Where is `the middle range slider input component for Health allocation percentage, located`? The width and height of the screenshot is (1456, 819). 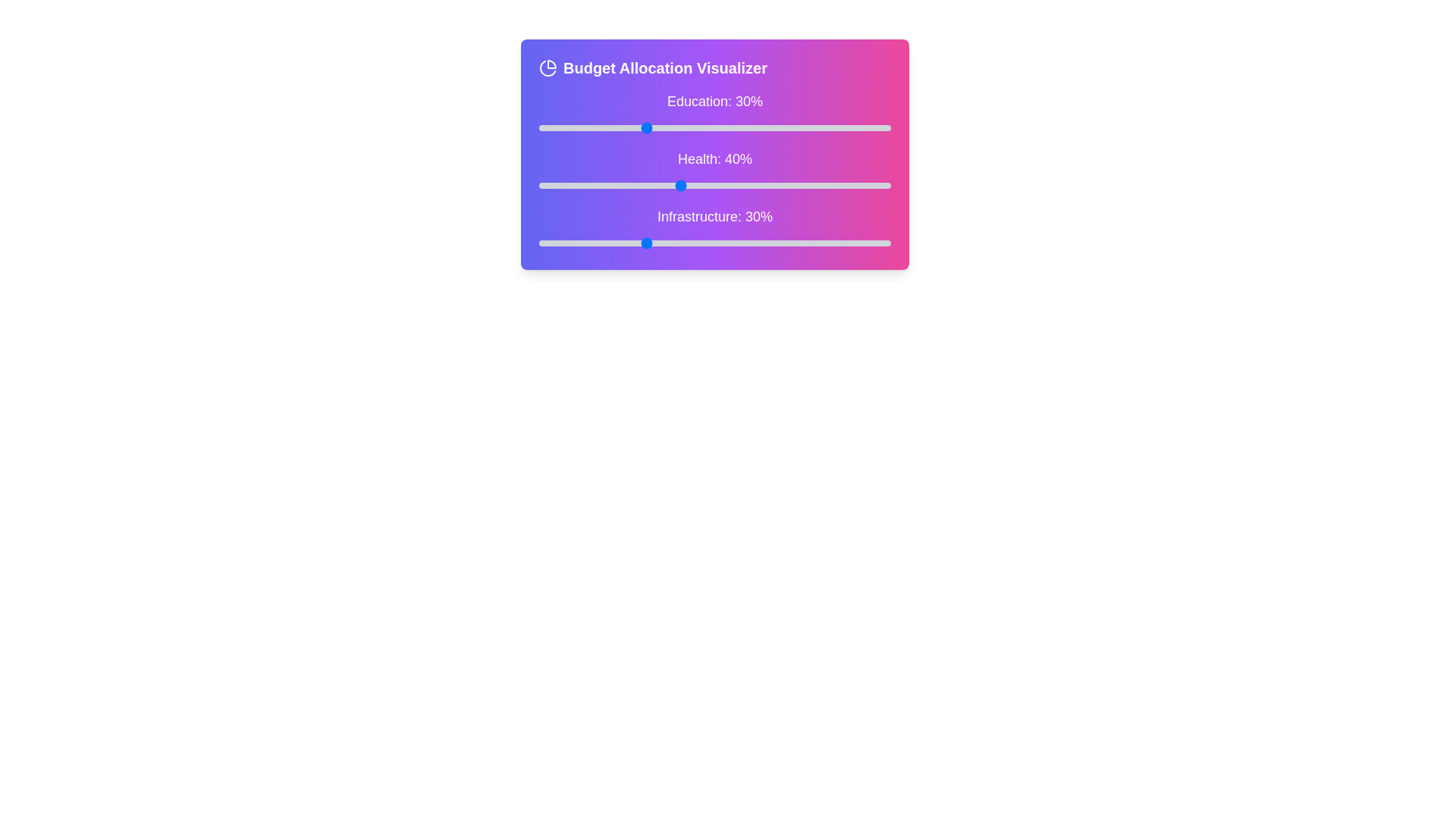 the middle range slider input component for Health allocation percentage, located is located at coordinates (714, 185).